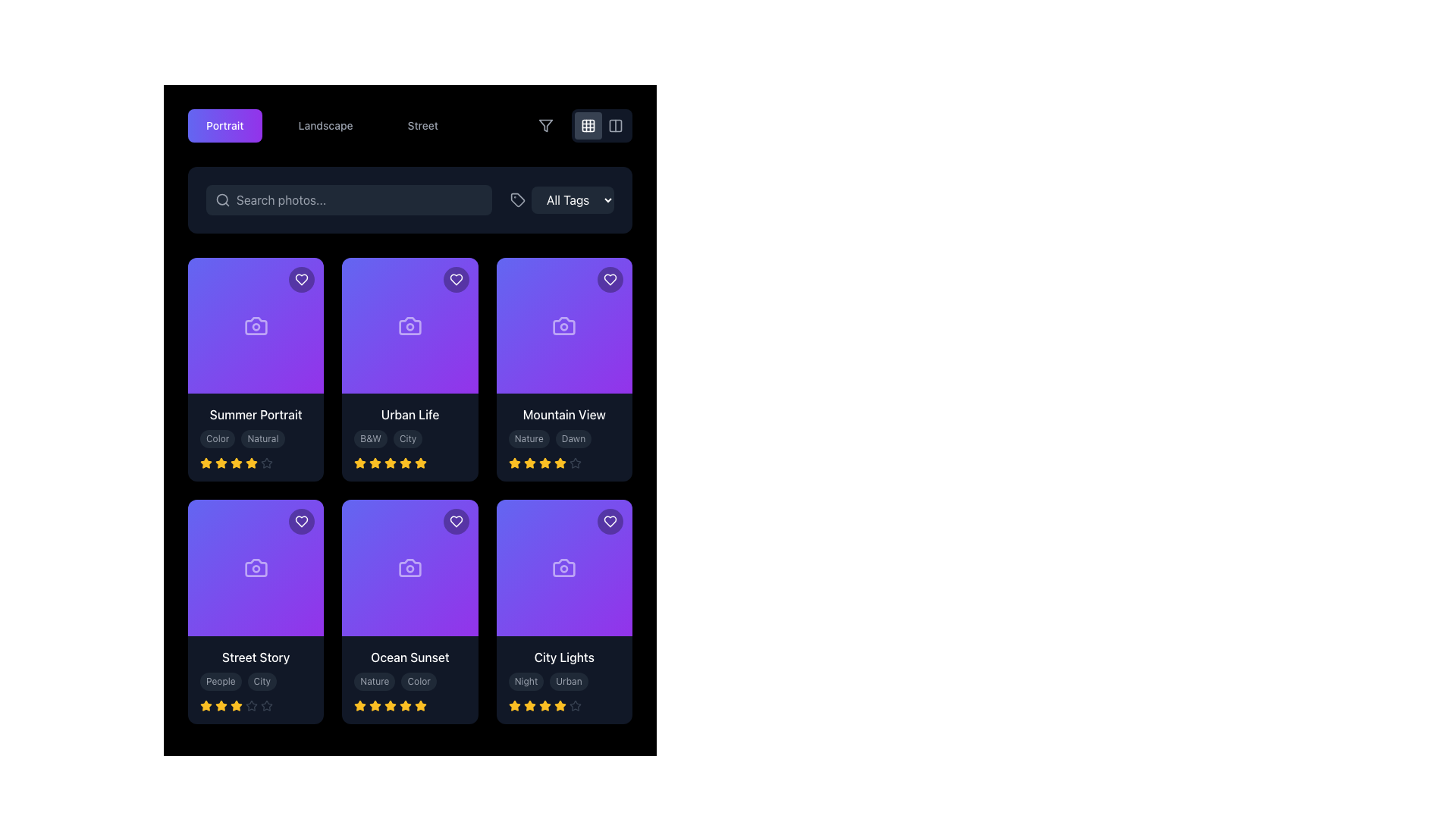  I want to click on the heart-shaped favorite icon located in the top-right corner of the 'Ocean Sunset' card, so click(455, 521).